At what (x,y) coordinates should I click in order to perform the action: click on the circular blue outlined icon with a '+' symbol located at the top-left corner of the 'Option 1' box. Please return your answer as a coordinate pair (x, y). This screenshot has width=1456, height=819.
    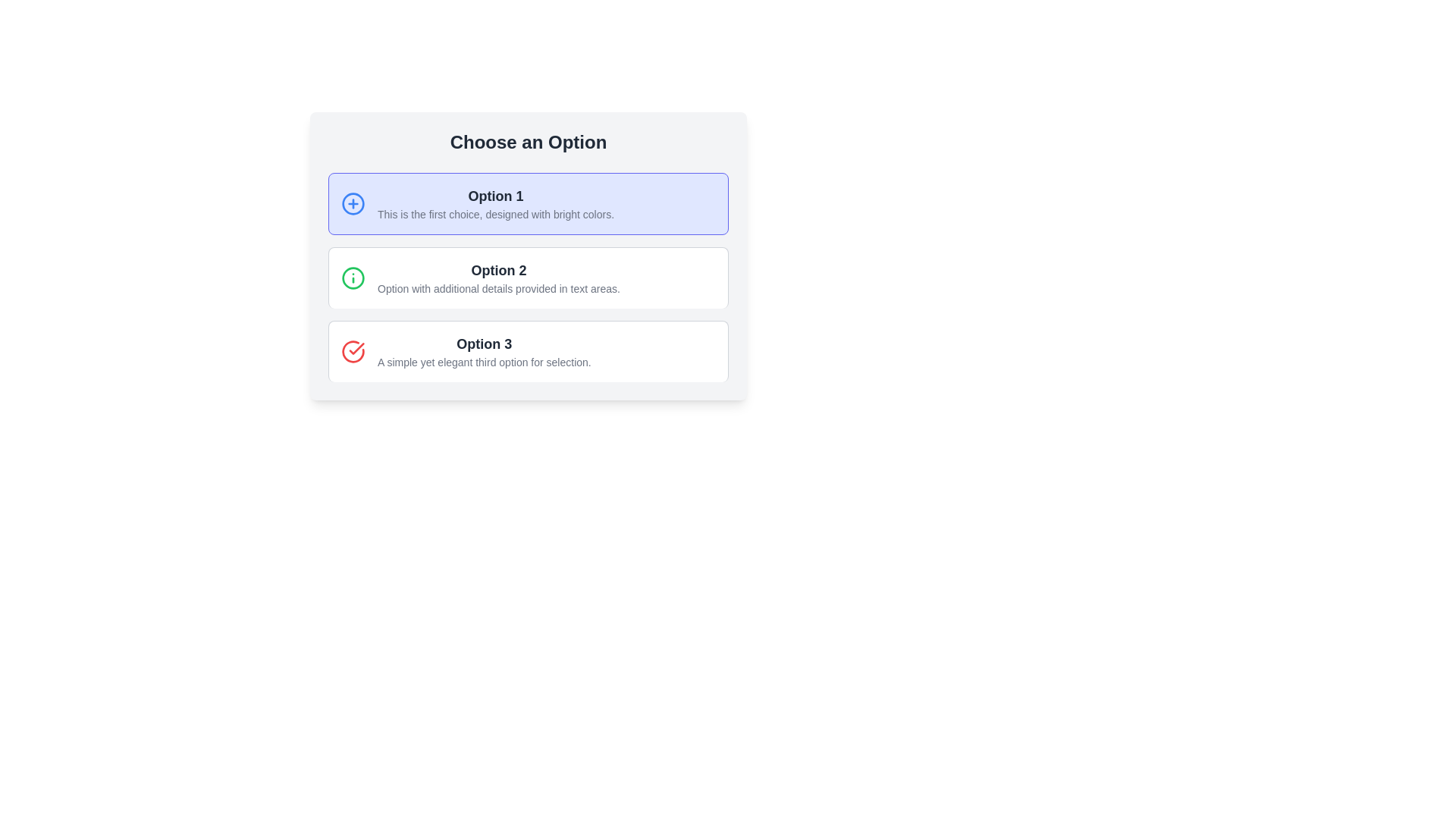
    Looking at the image, I should click on (352, 203).